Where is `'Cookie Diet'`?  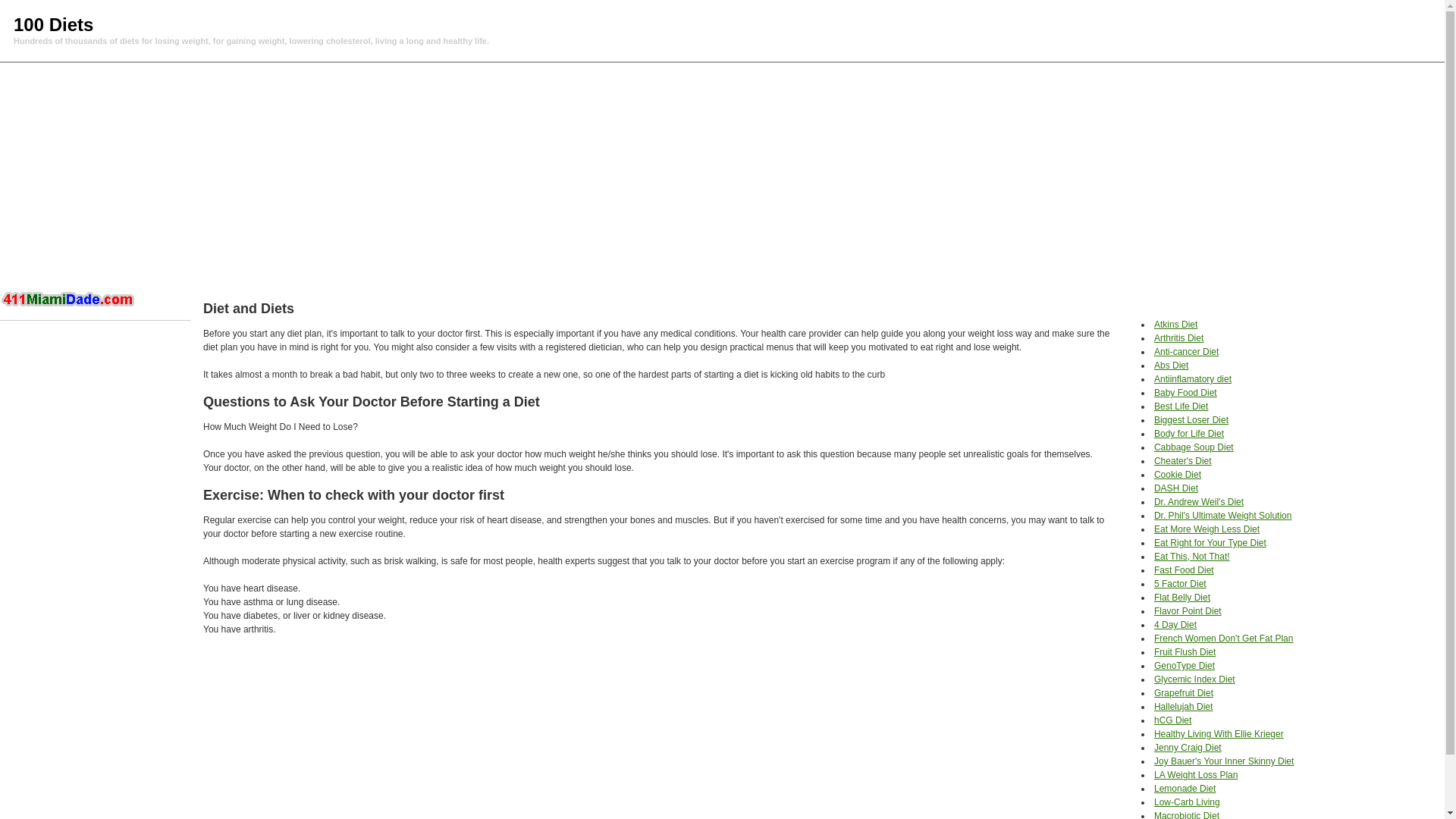
'Cookie Diet' is located at coordinates (1177, 473).